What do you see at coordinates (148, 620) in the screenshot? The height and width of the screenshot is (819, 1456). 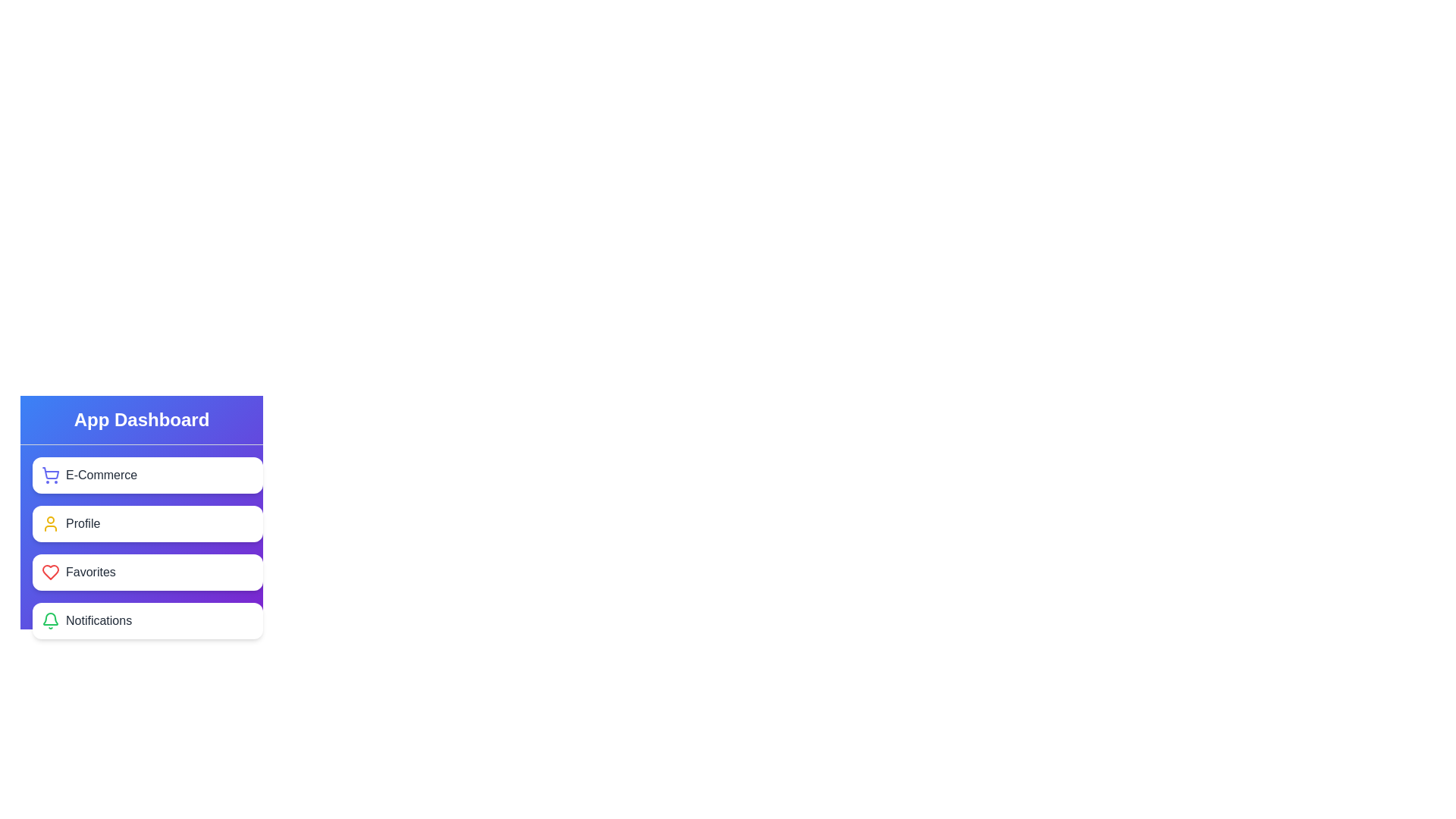 I see `the navigation item Notifications from the sidebar` at bounding box center [148, 620].